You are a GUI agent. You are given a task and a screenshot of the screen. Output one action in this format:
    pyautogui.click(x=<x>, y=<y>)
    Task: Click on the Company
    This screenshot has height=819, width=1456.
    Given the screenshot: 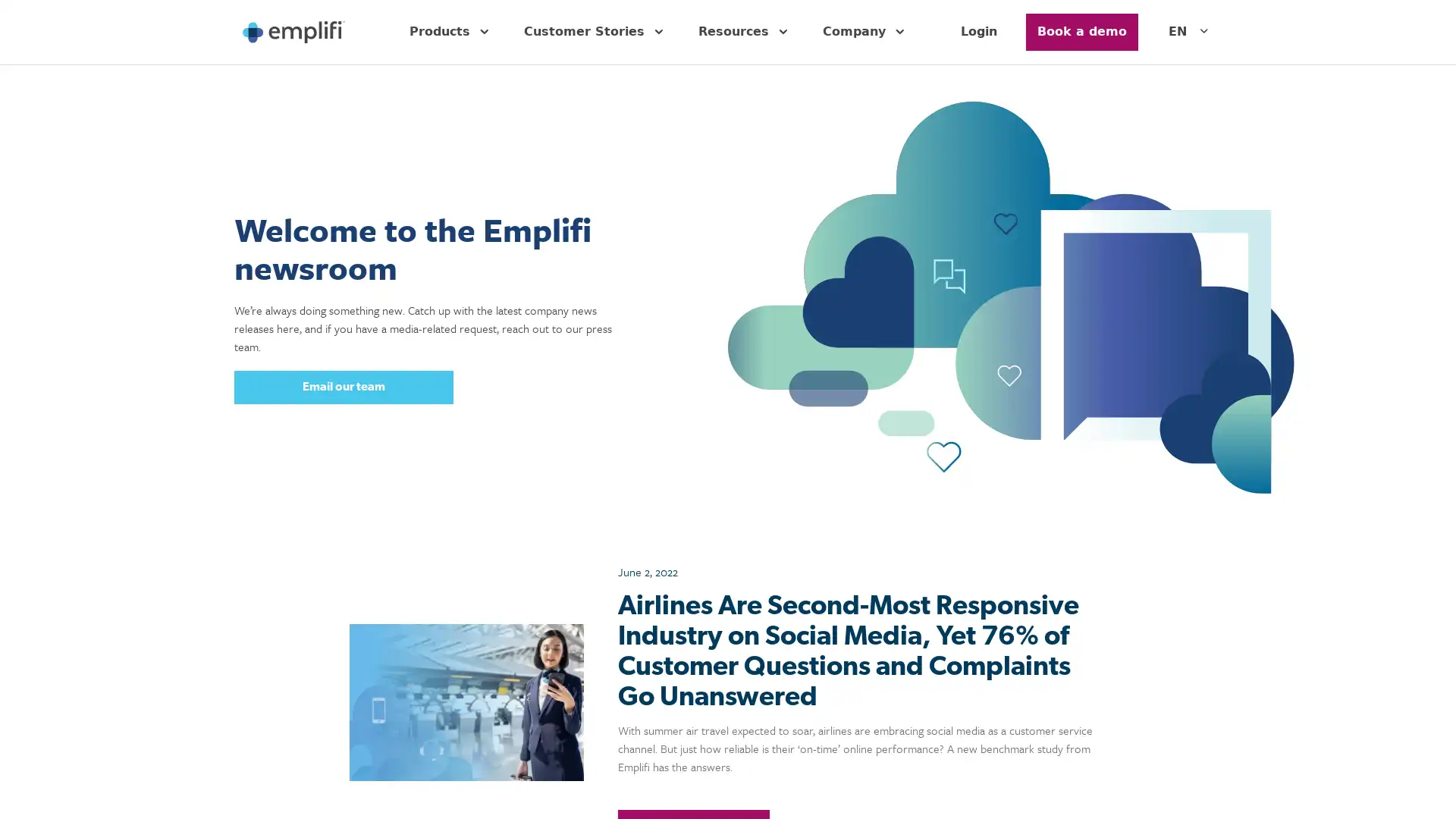 What is the action you would take?
    pyautogui.click(x=866, y=32)
    